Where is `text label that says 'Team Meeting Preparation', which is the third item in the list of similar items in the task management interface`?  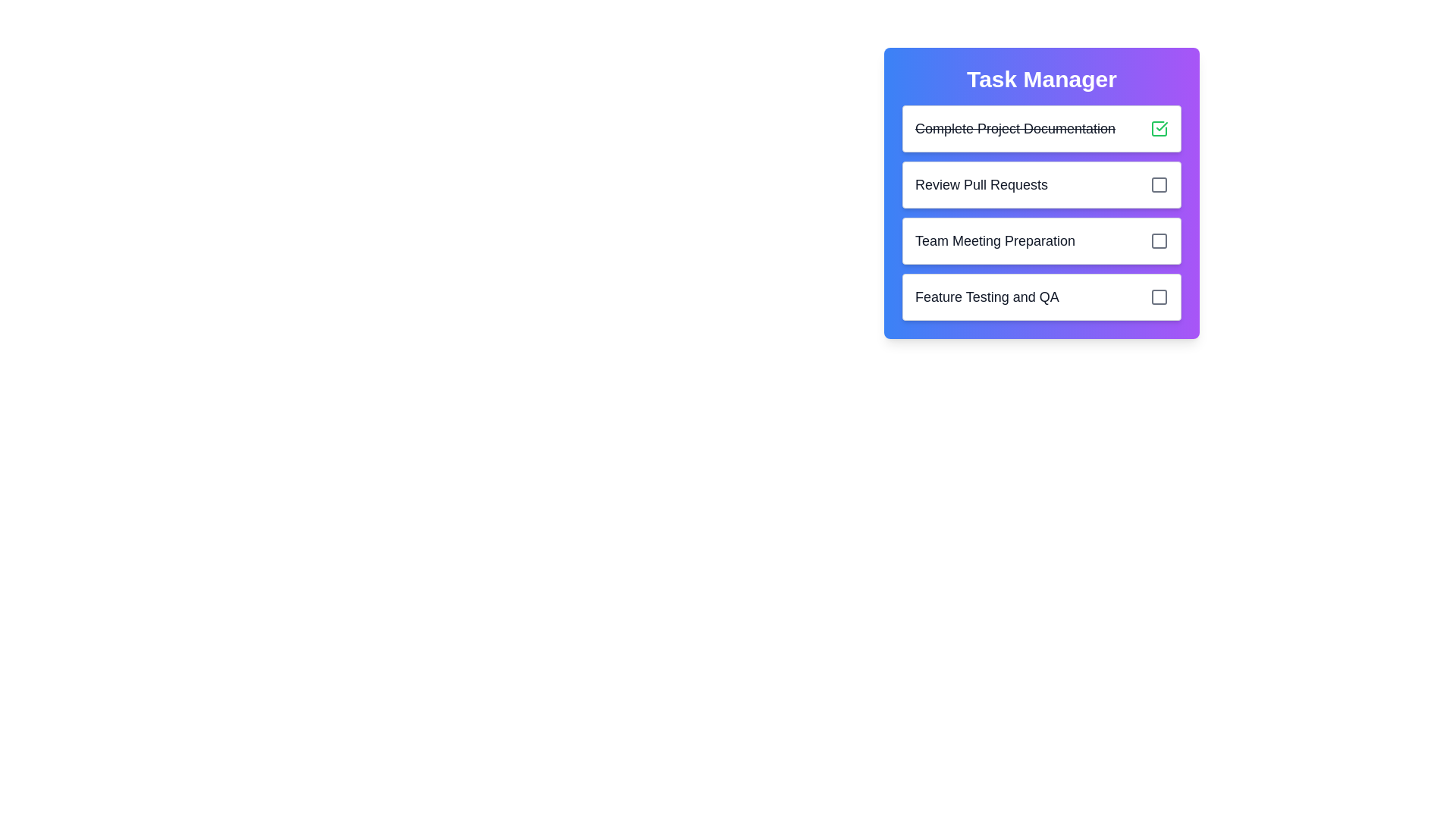 text label that says 'Team Meeting Preparation', which is the third item in the list of similar items in the task management interface is located at coordinates (995, 240).